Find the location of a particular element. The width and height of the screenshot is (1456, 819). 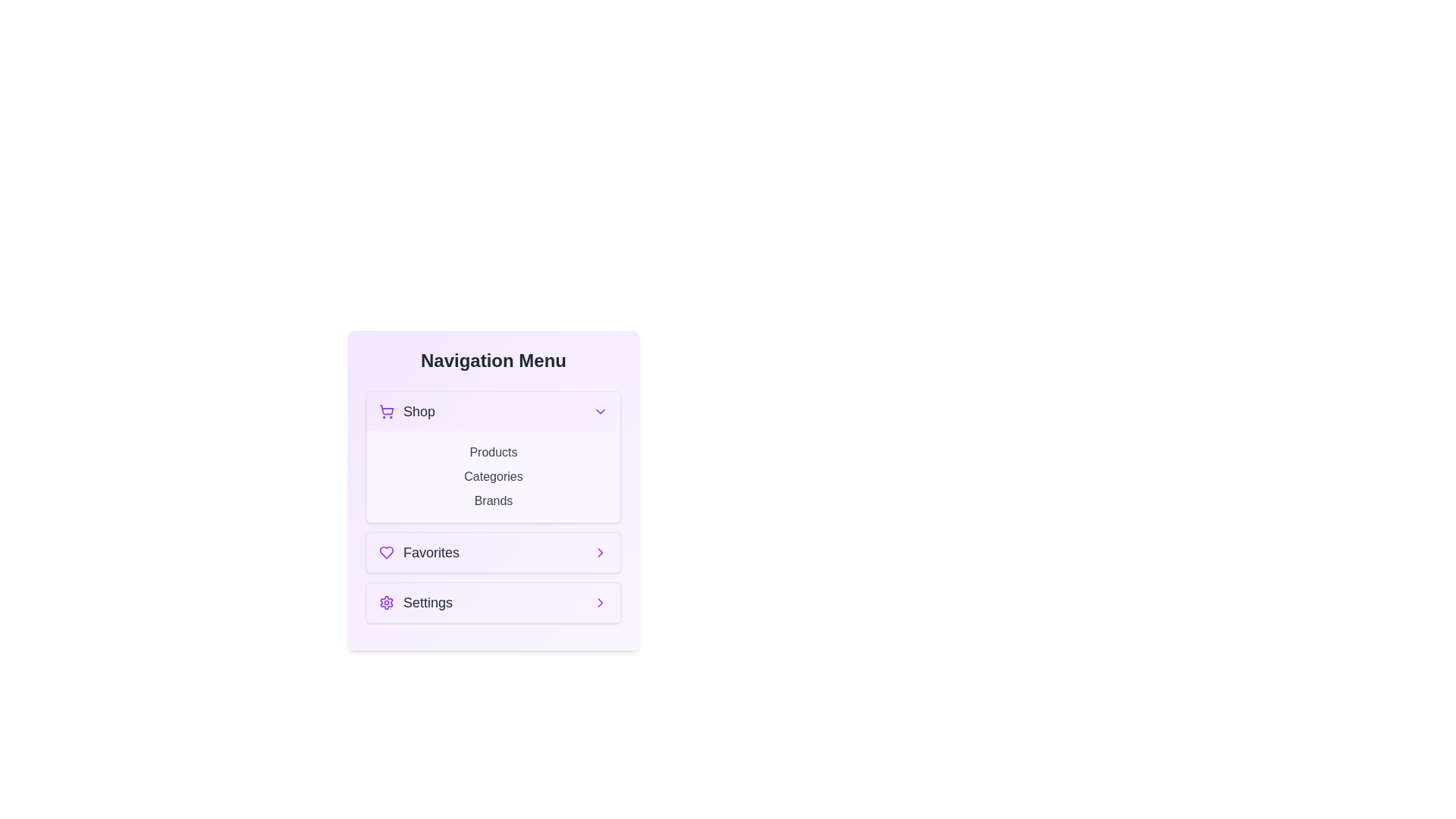

the purple shopping cart icon located next to the 'Shop' text in the navigation menu is located at coordinates (386, 412).